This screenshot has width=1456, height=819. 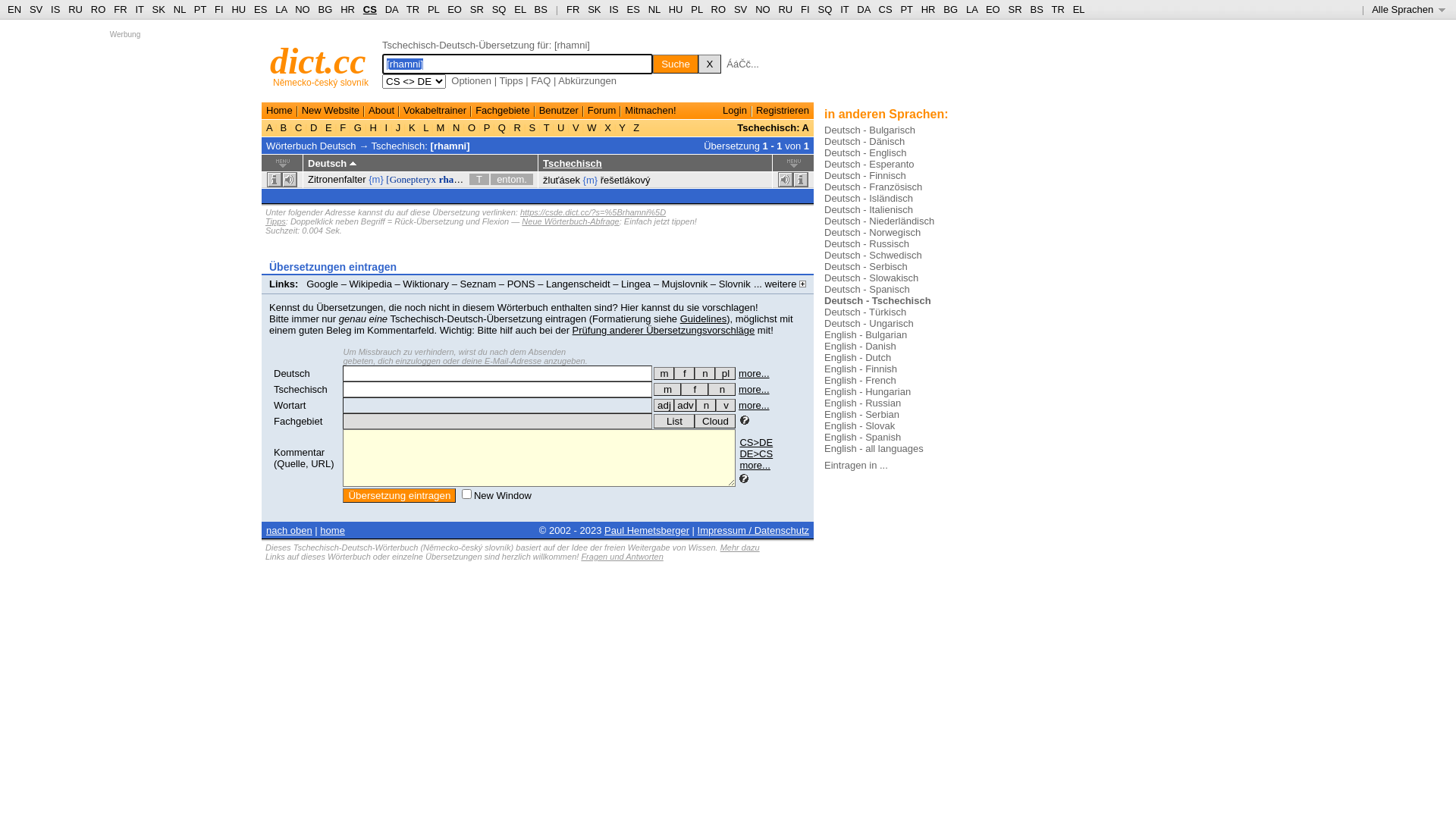 What do you see at coordinates (823, 425) in the screenshot?
I see `'English - Slovak'` at bounding box center [823, 425].